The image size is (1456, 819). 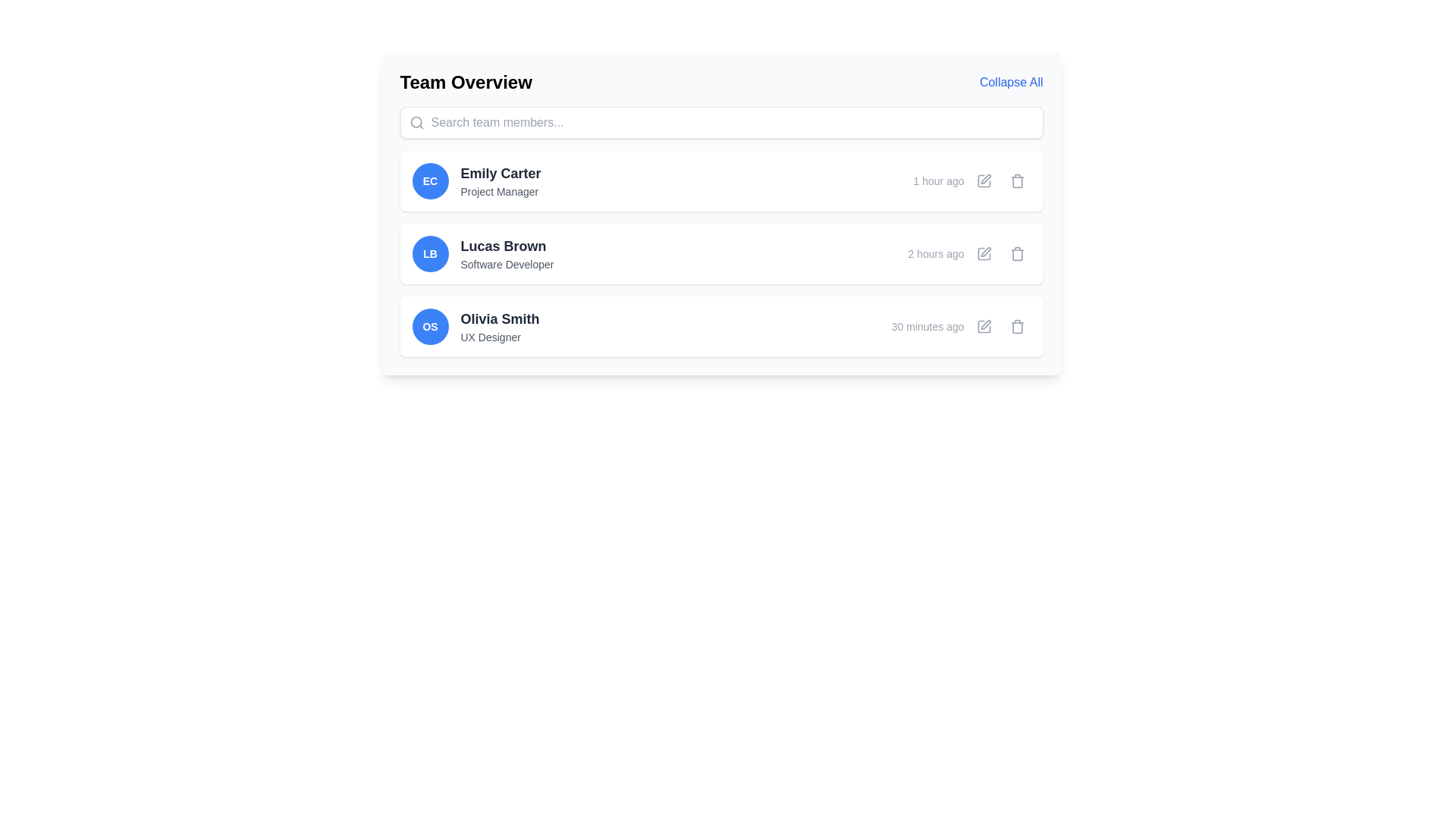 I want to click on the Icon button styled for editing located next to the timestamp '1 hour ago' associated with 'Emily Carter, Project Manager', so click(x=984, y=180).